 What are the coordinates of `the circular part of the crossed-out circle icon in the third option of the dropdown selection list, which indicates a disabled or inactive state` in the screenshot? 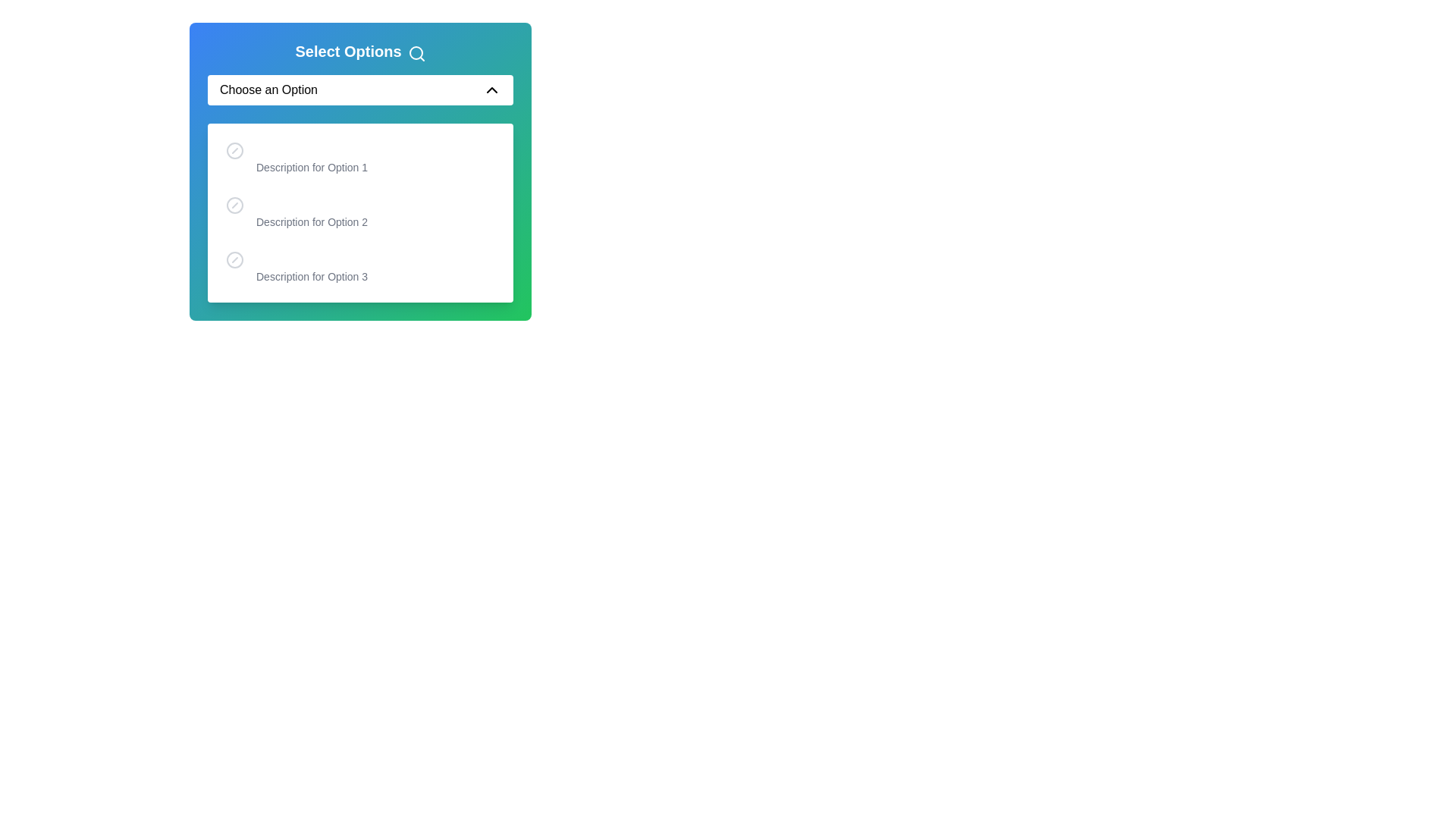 It's located at (234, 259).